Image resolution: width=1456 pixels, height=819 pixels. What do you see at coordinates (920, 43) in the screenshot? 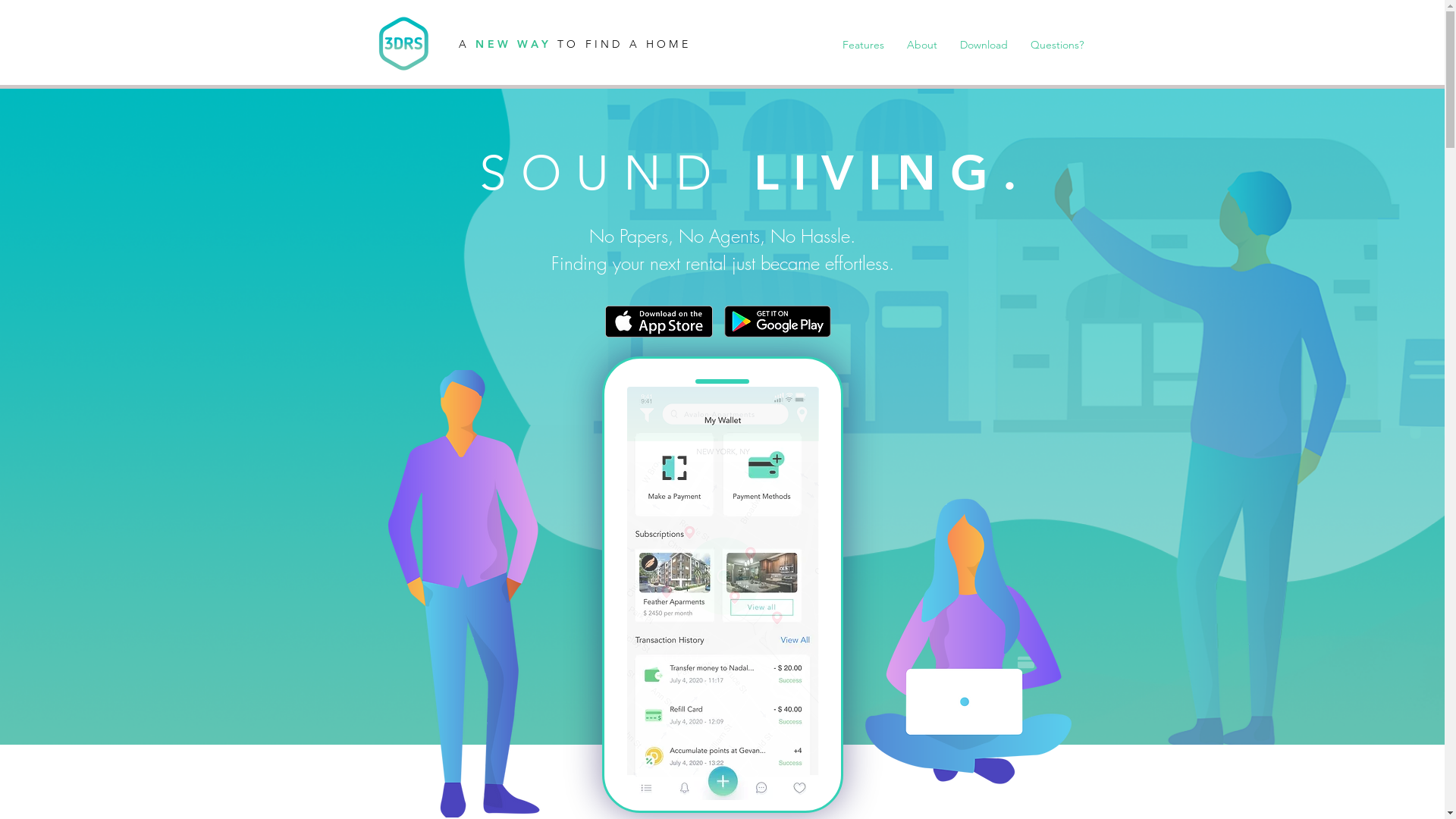
I see `'About'` at bounding box center [920, 43].